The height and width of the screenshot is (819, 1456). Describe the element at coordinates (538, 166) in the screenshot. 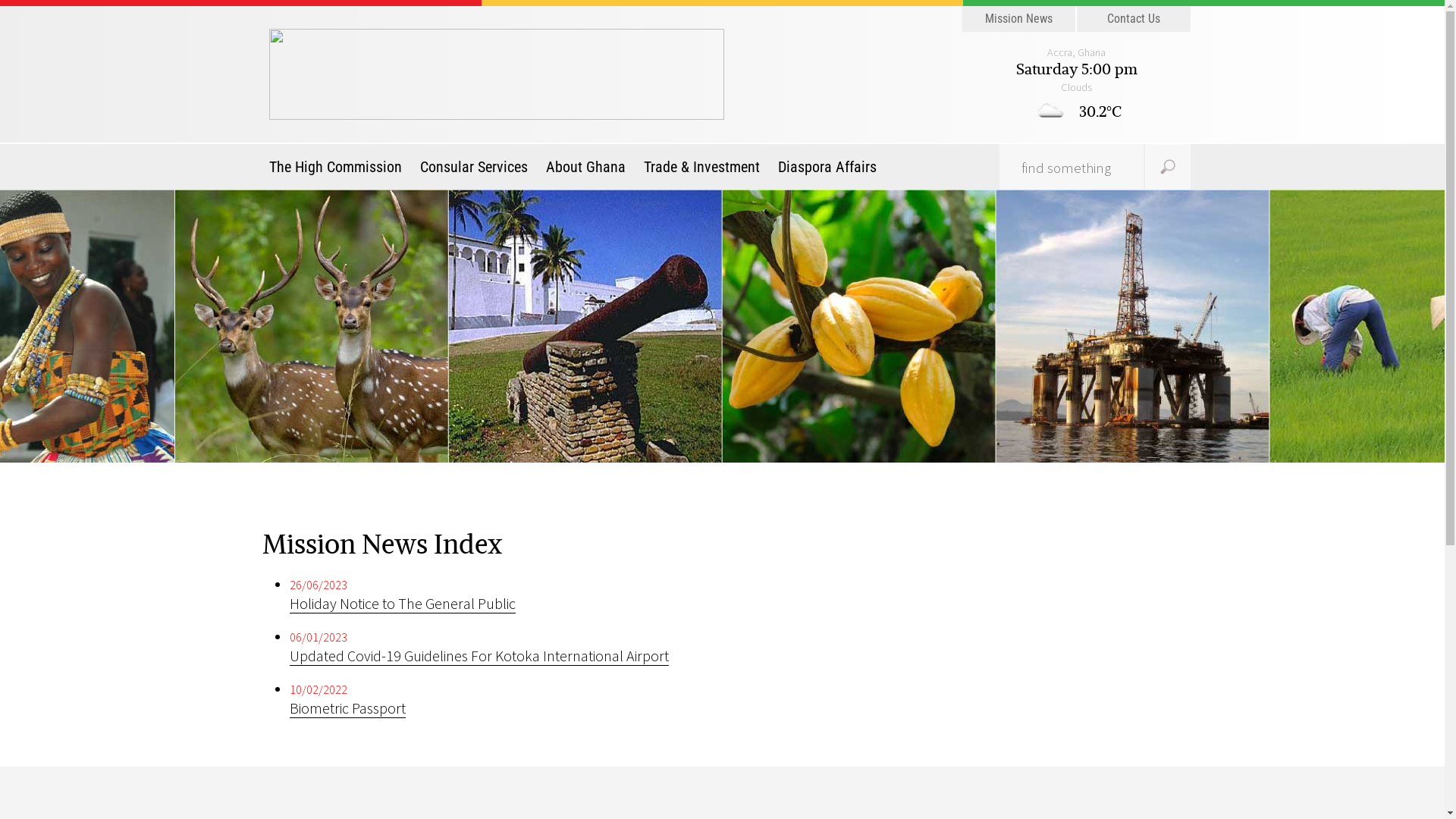

I see `'About Ghana'` at that location.